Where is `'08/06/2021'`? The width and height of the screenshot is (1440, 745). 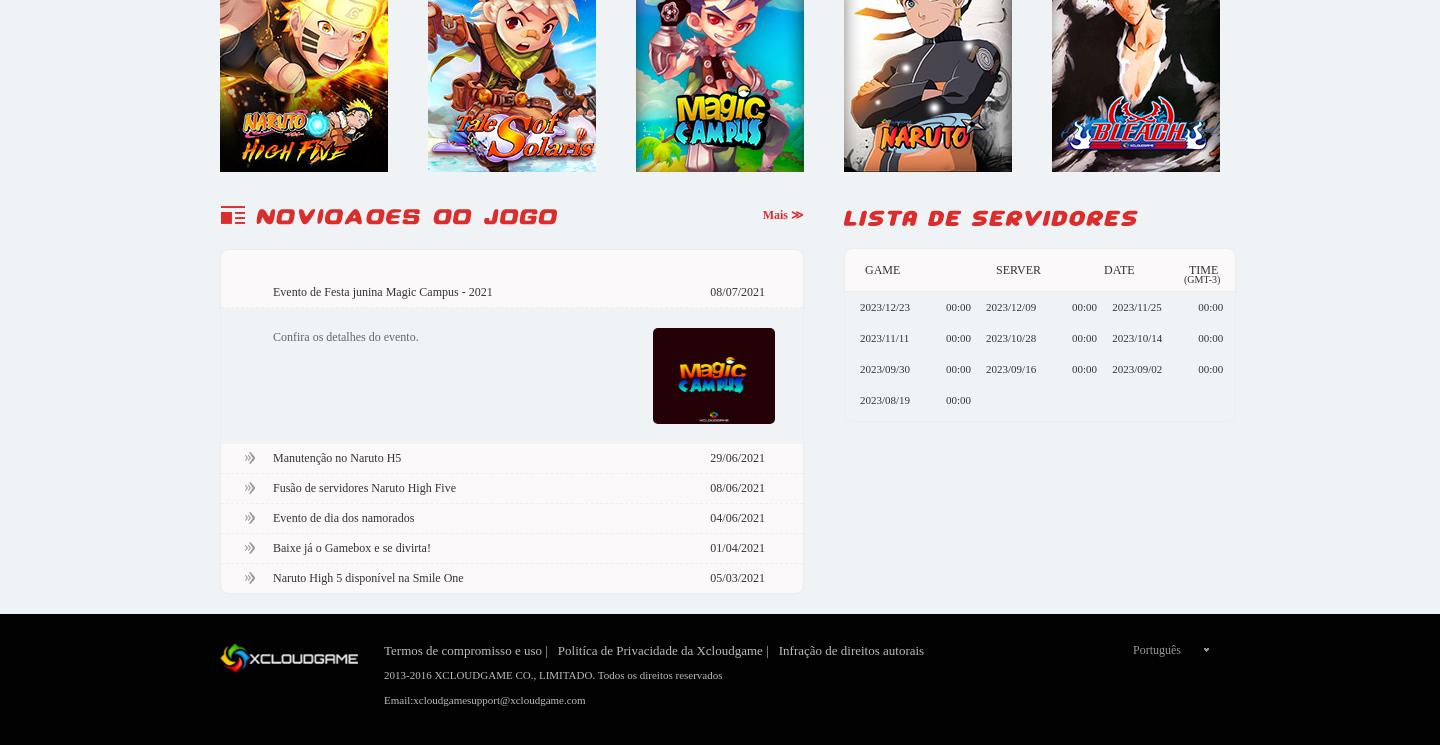 '08/06/2021' is located at coordinates (736, 487).